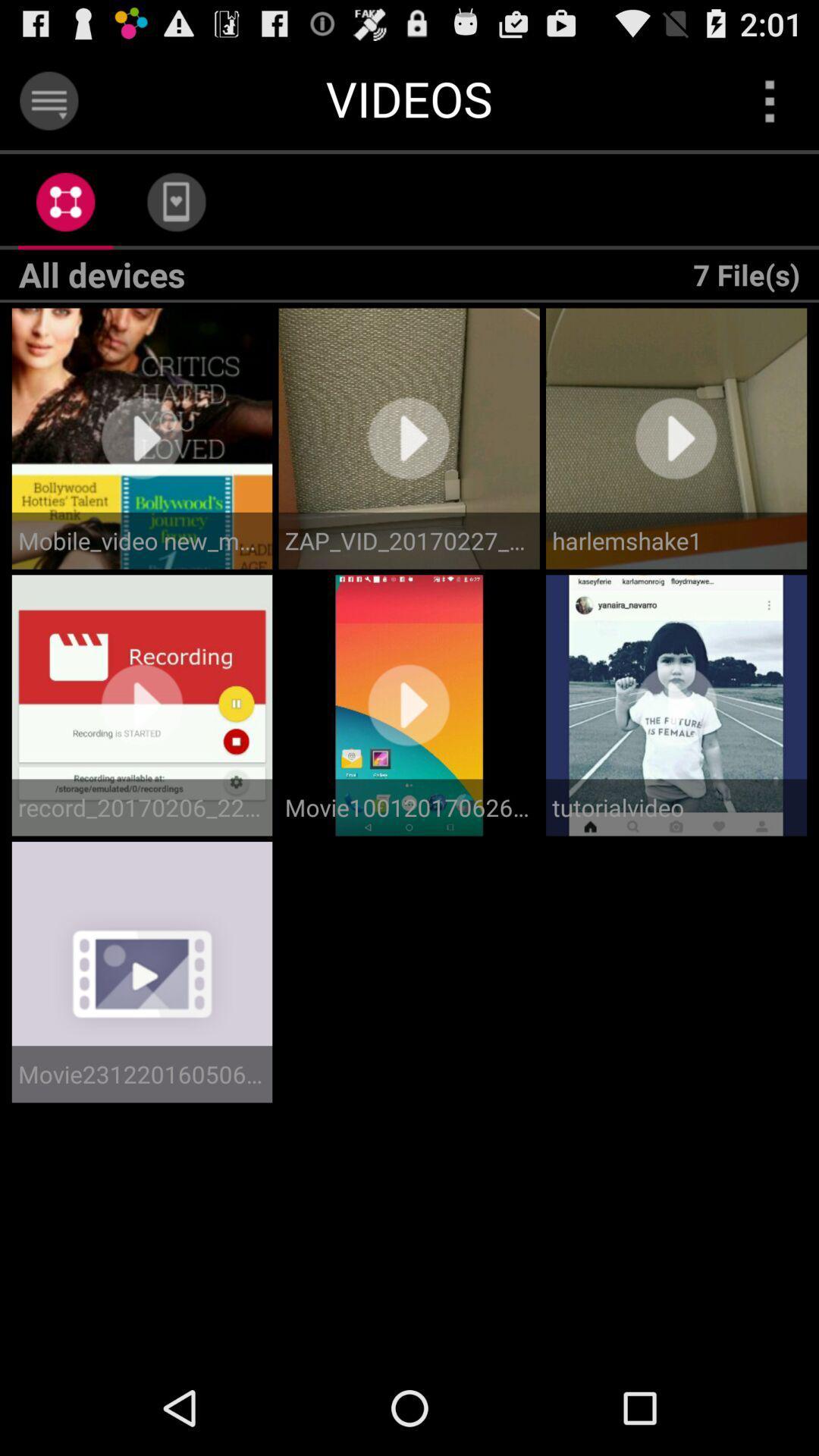 Image resolution: width=819 pixels, height=1456 pixels. Describe the element at coordinates (770, 107) in the screenshot. I see `the more icon` at that location.